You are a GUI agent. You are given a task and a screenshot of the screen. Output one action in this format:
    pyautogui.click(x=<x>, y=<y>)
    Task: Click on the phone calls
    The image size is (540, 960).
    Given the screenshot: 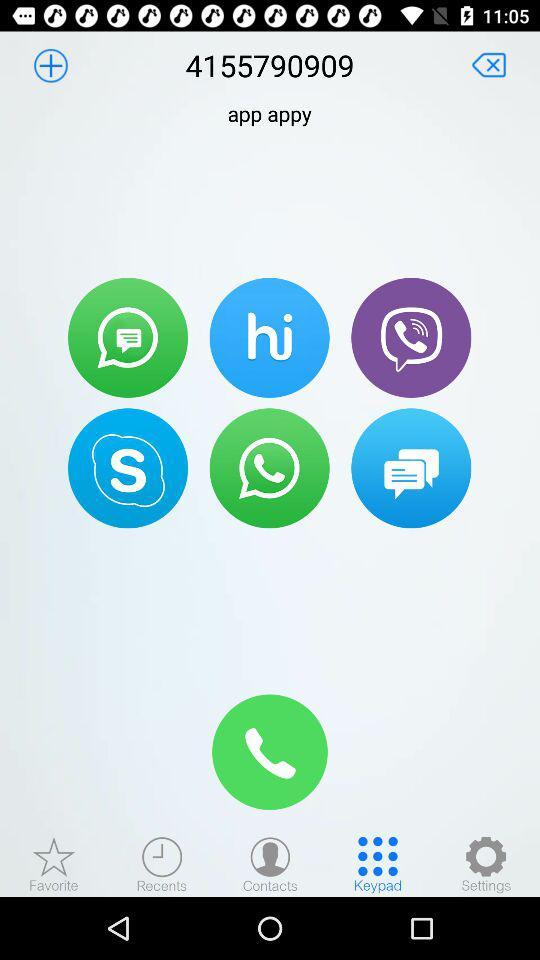 What is the action you would take?
    pyautogui.click(x=410, y=337)
    